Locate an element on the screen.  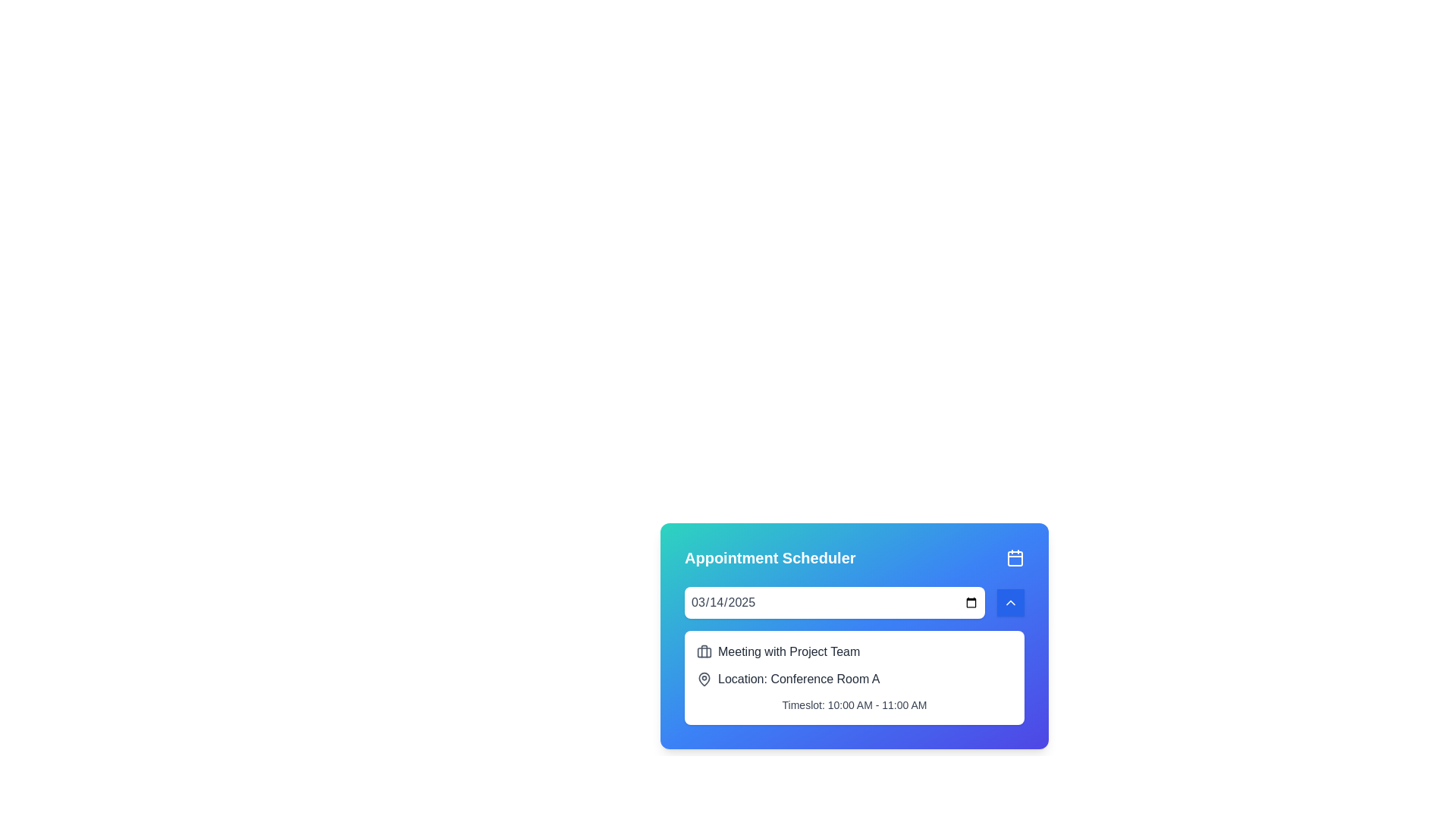
text from the label that says 'Meeting with Project Team', which is styled in gray font and is located next to a briefcase icon is located at coordinates (855, 651).